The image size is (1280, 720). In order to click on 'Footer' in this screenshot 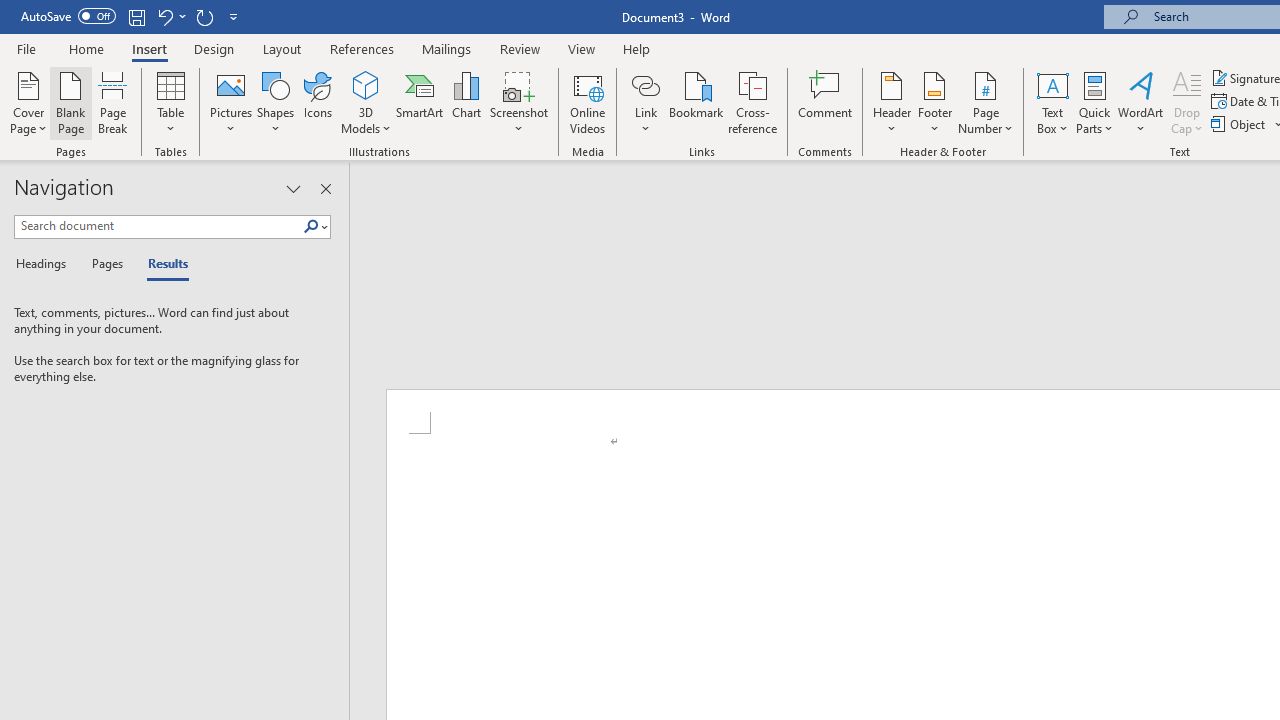, I will do `click(934, 103)`.